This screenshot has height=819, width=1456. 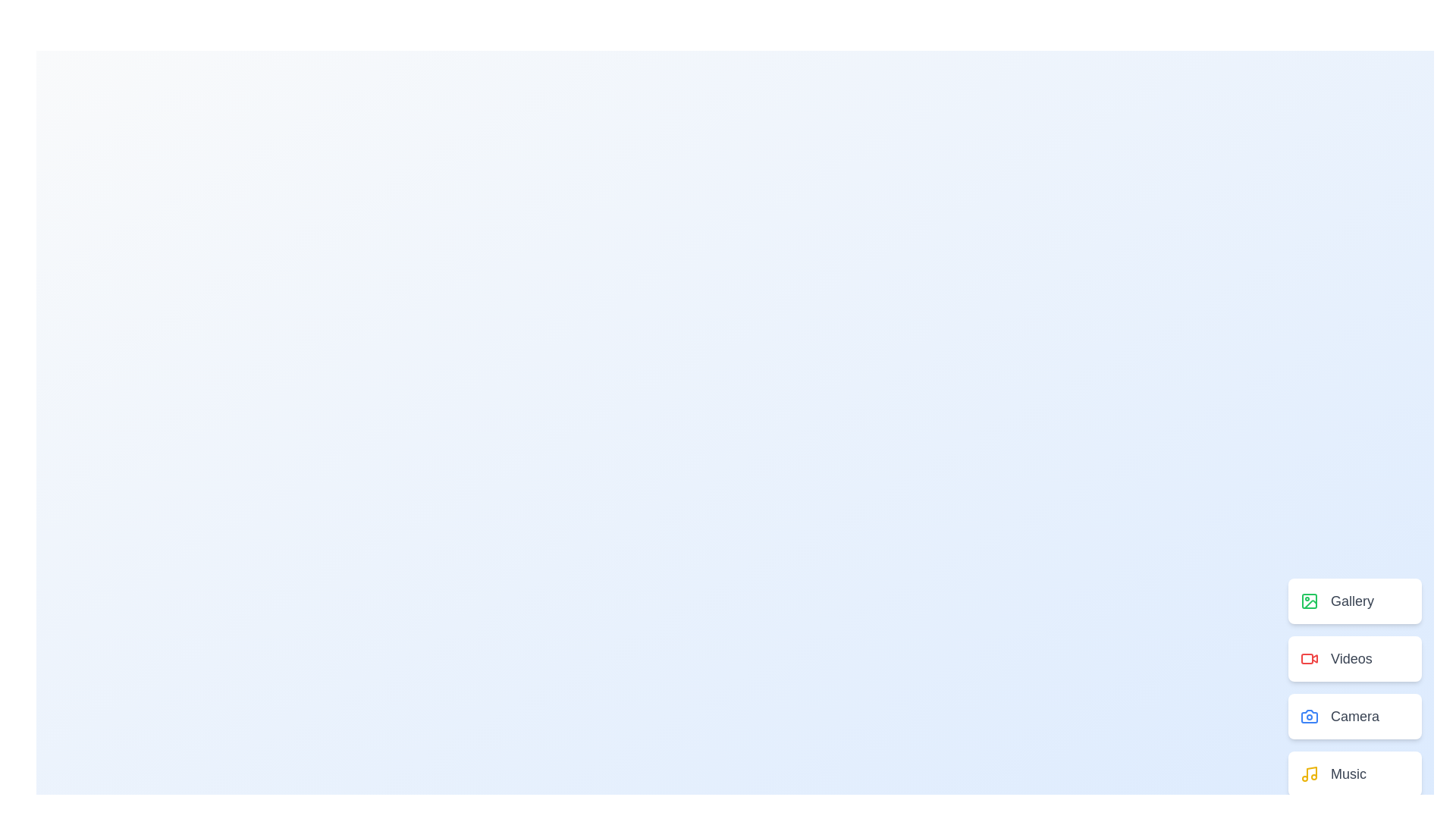 What do you see at coordinates (1354, 774) in the screenshot?
I see `the menu item labeled Music` at bounding box center [1354, 774].